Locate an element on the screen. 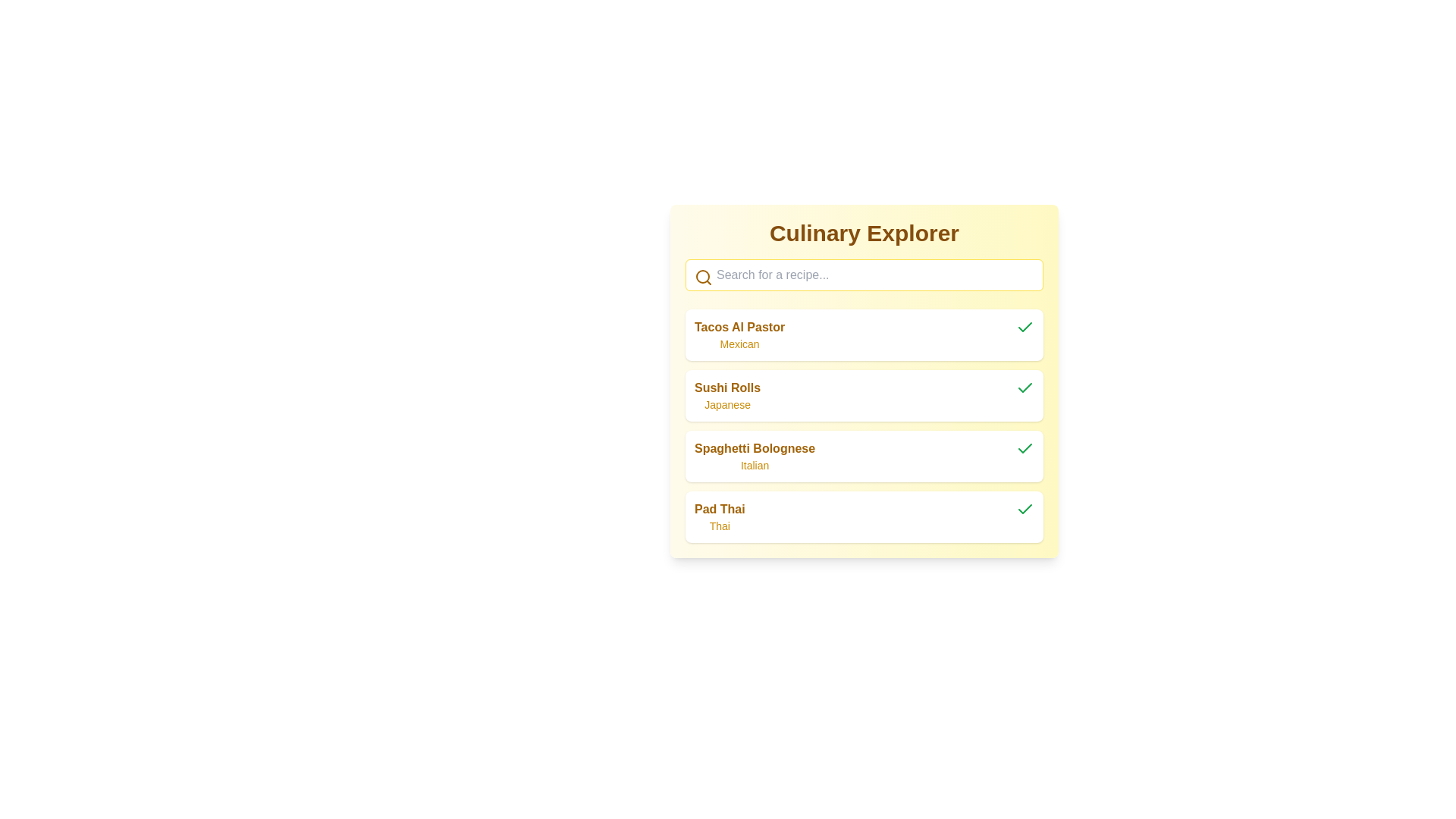 The image size is (1456, 819). the text label displaying 'Japanese', which is styled with a yellowish font color and located directly beneath the text 'Sushi Rolls' is located at coordinates (726, 403).